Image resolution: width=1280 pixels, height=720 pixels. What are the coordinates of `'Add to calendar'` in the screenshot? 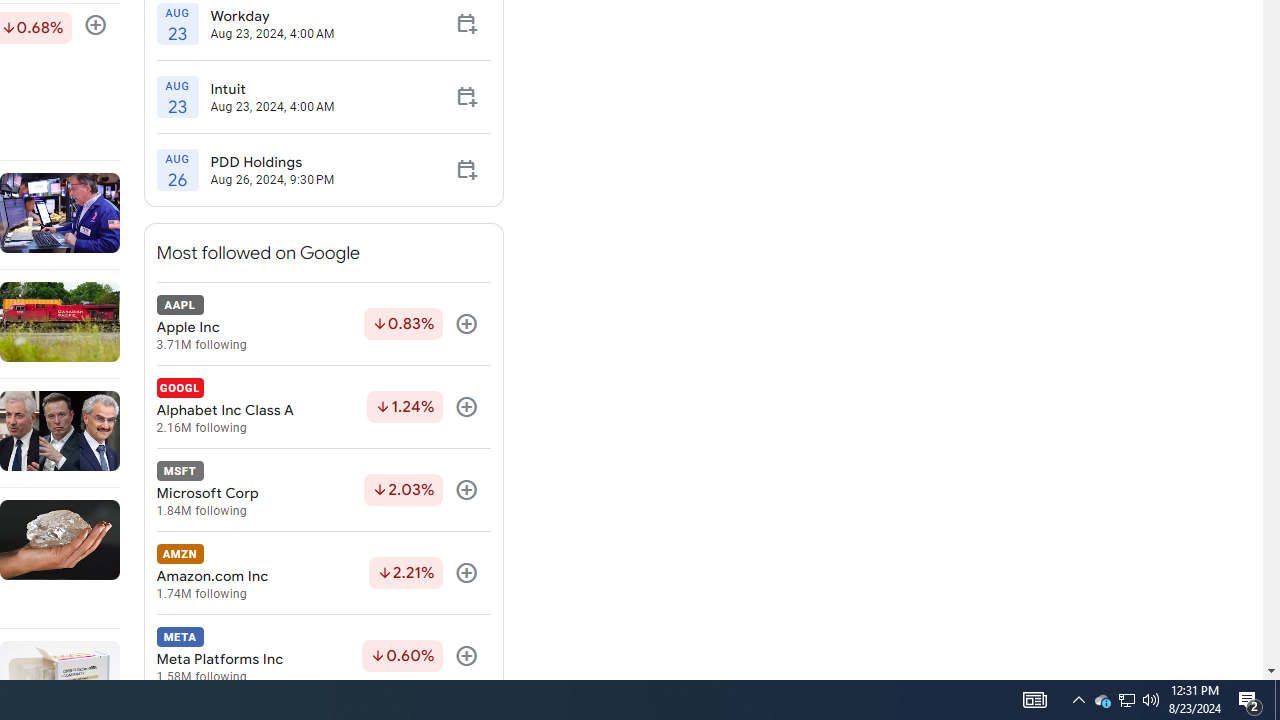 It's located at (465, 168).